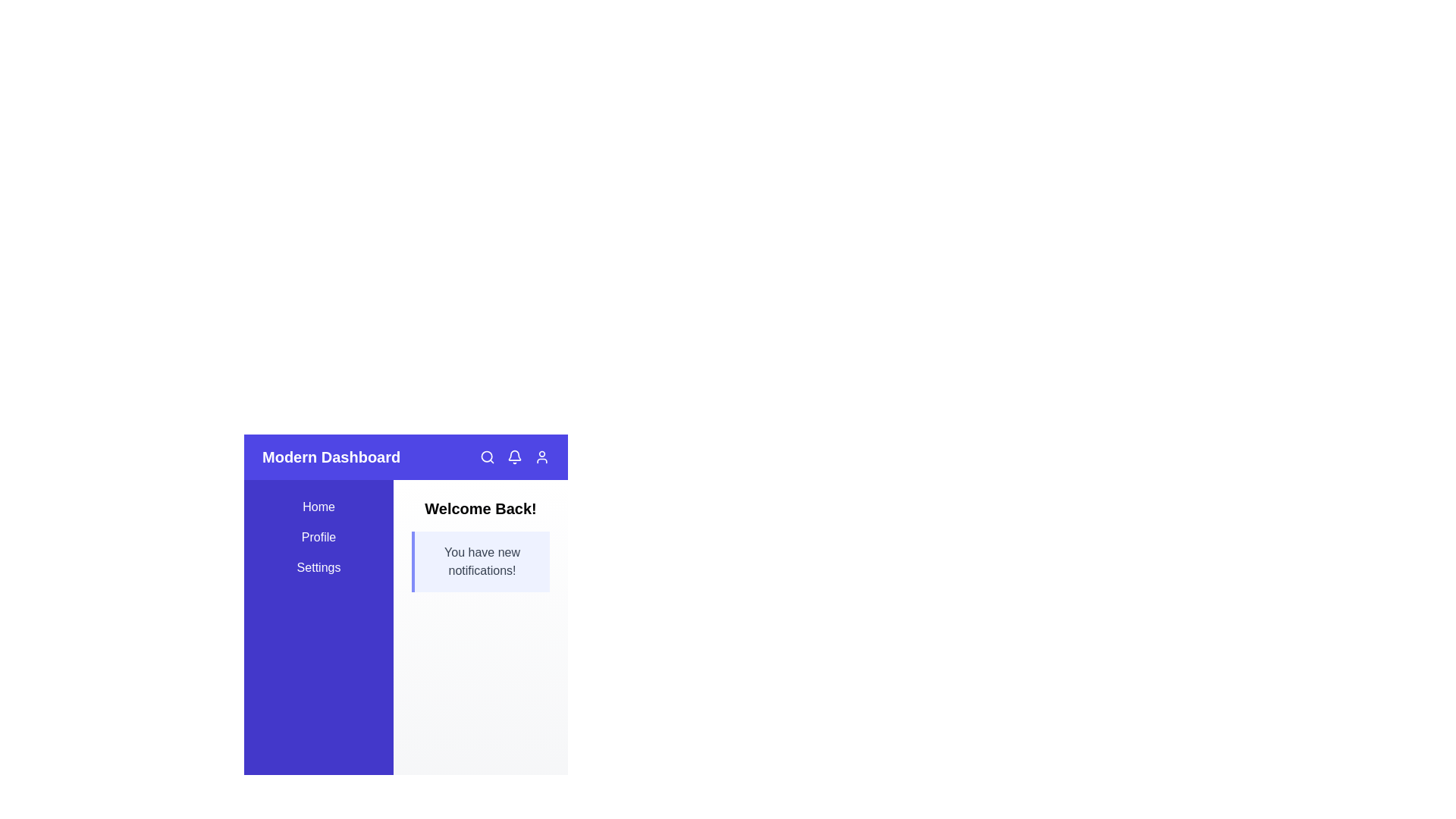 The image size is (1456, 819). What do you see at coordinates (514, 456) in the screenshot?
I see `the bell icon to toggle the notification panel` at bounding box center [514, 456].